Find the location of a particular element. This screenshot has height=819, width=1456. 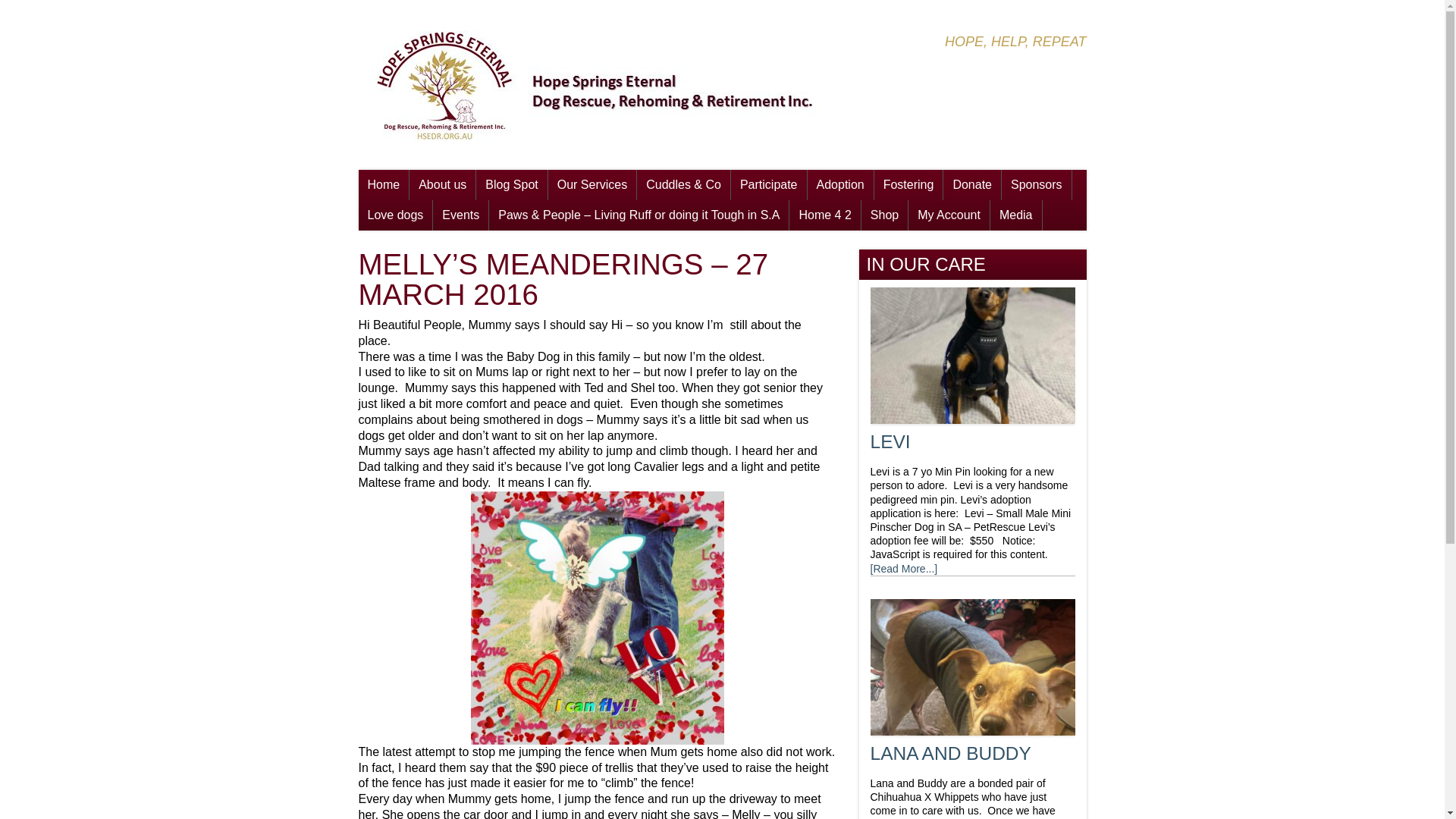

'Events' is located at coordinates (460, 215).